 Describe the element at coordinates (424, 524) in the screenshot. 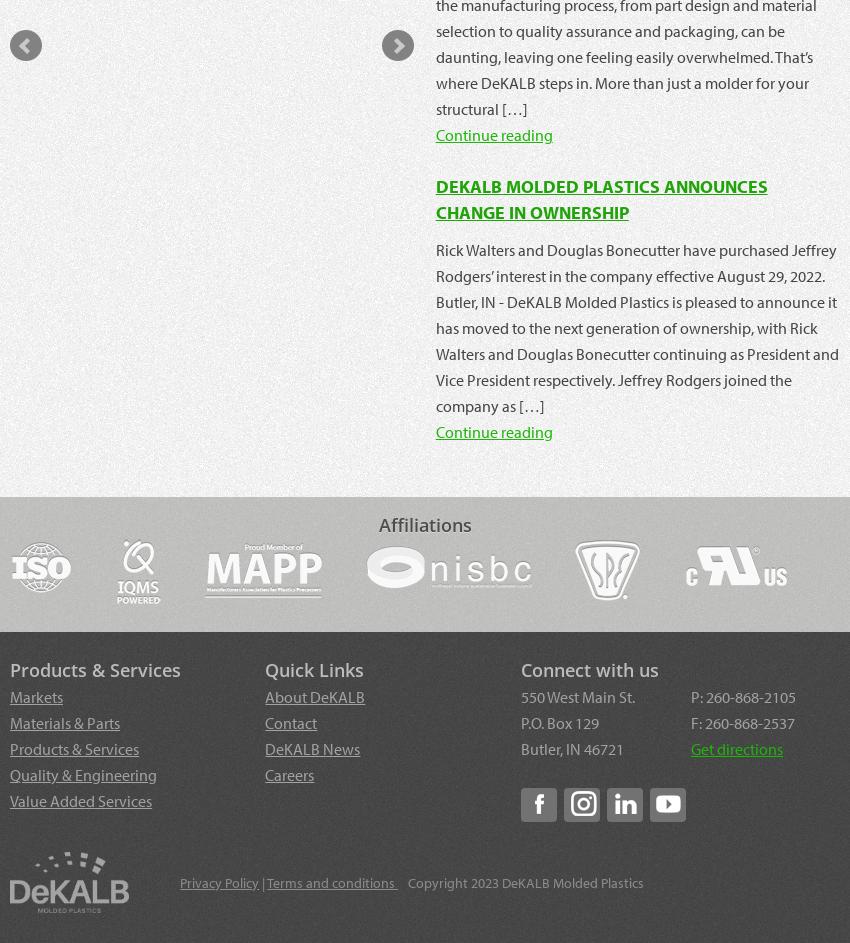

I see `'Affiliations'` at that location.